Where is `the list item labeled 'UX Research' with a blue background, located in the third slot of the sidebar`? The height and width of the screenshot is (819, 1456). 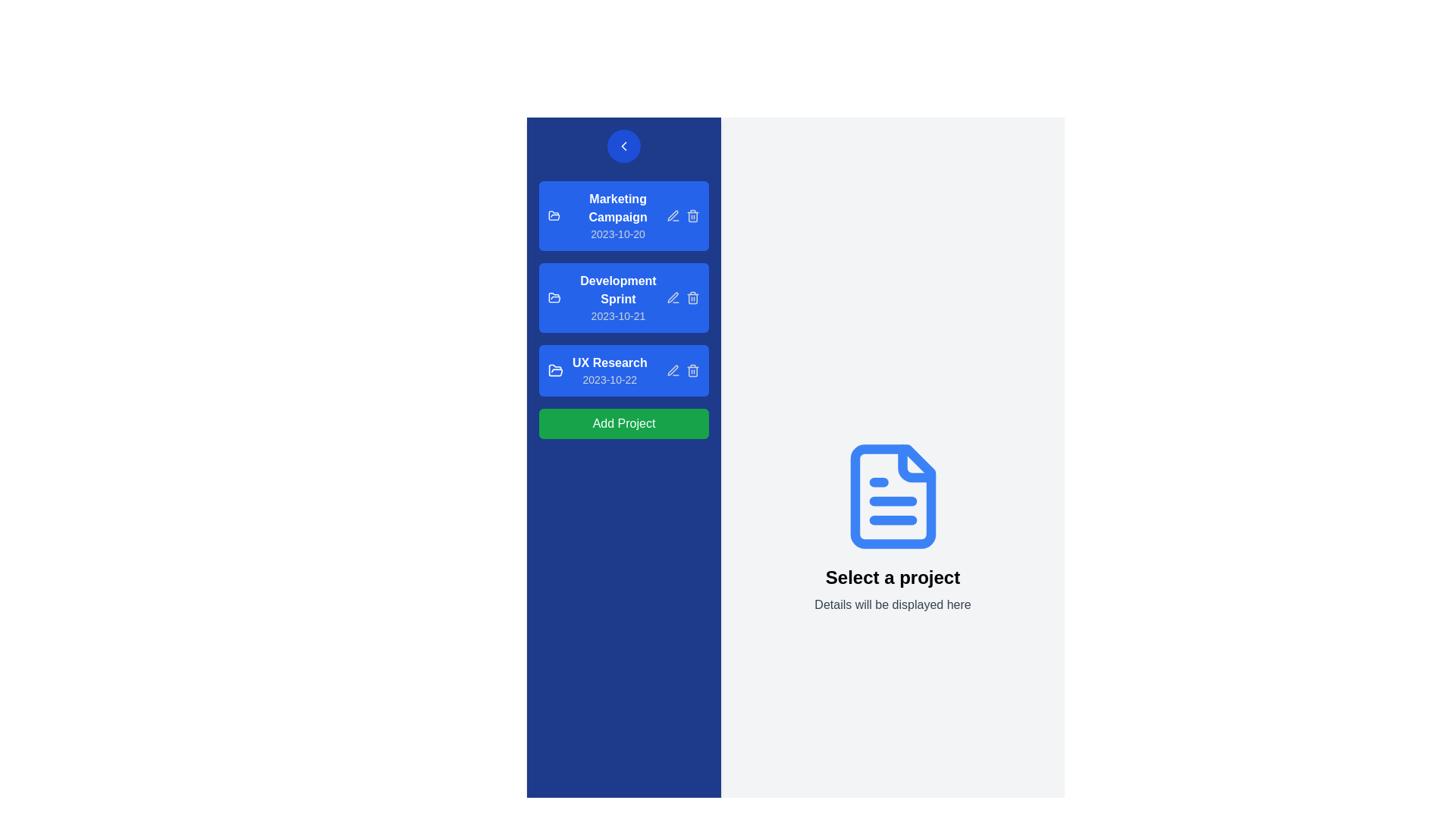 the list item labeled 'UX Research' with a blue background, located in the third slot of the sidebar is located at coordinates (623, 371).